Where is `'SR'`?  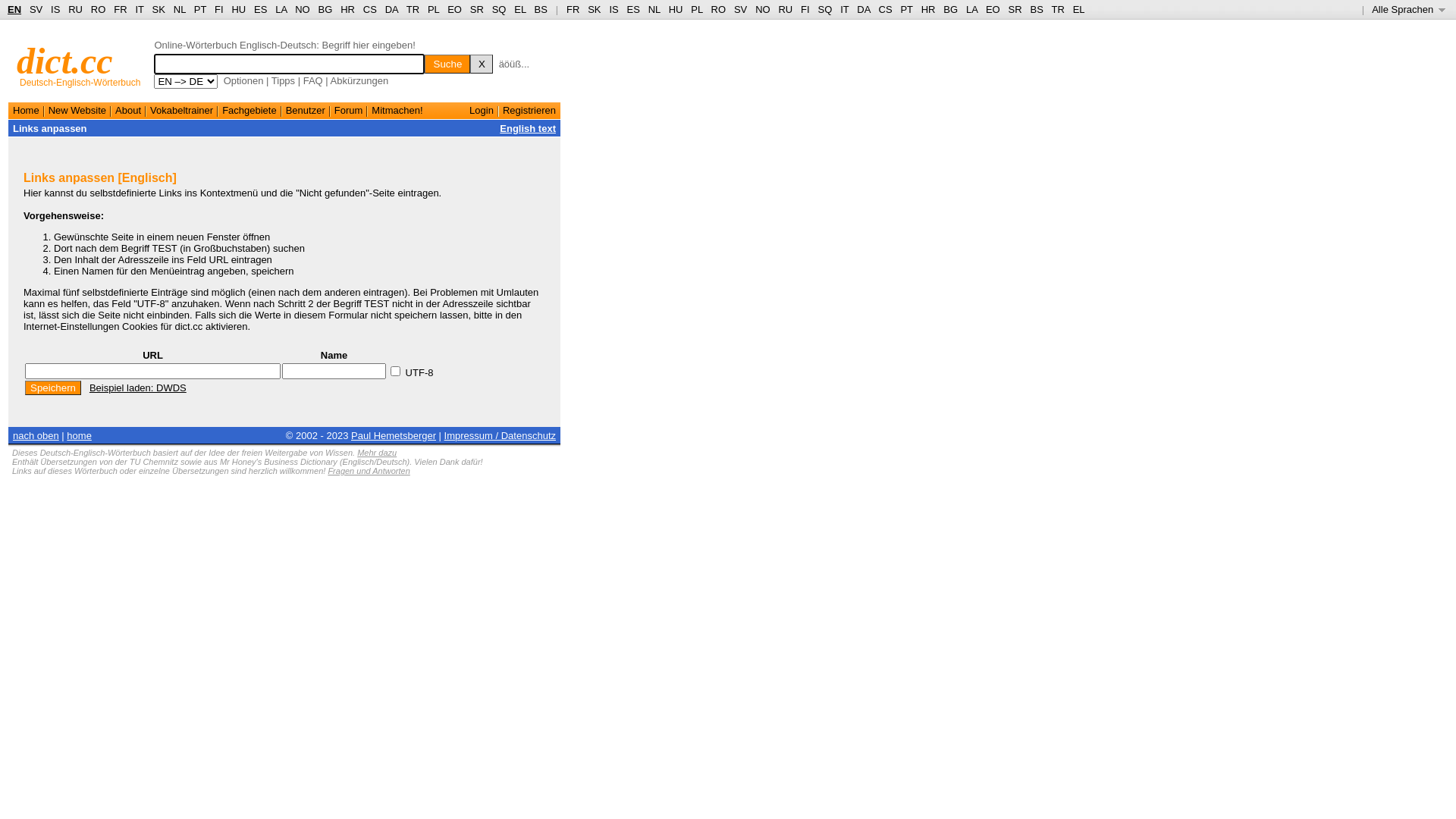 'SR' is located at coordinates (475, 9).